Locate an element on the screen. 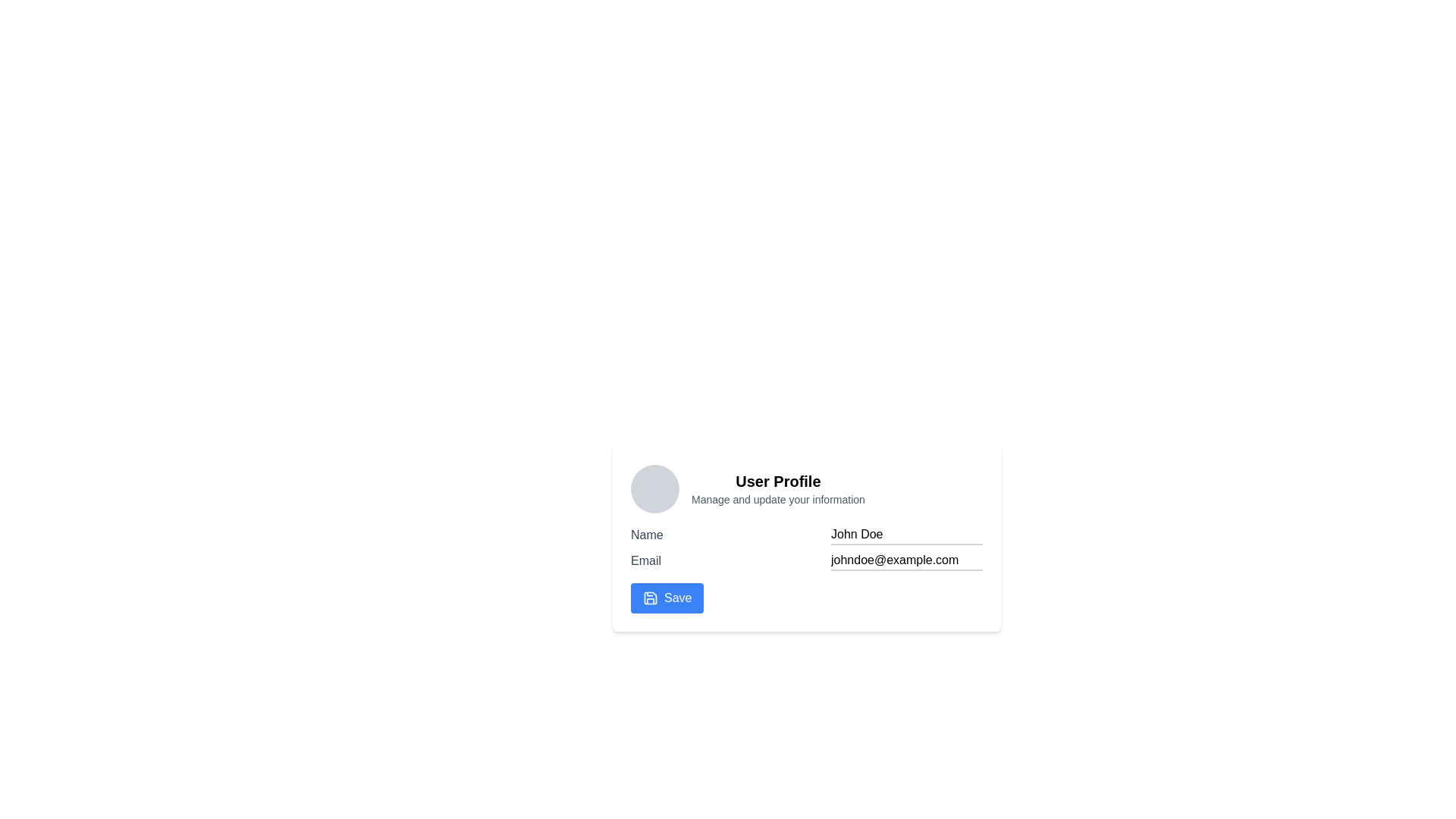  the static label text displaying 'Name' in gray color on the user profile card interface, positioned above the text input field containing 'John Doe' is located at coordinates (647, 534).